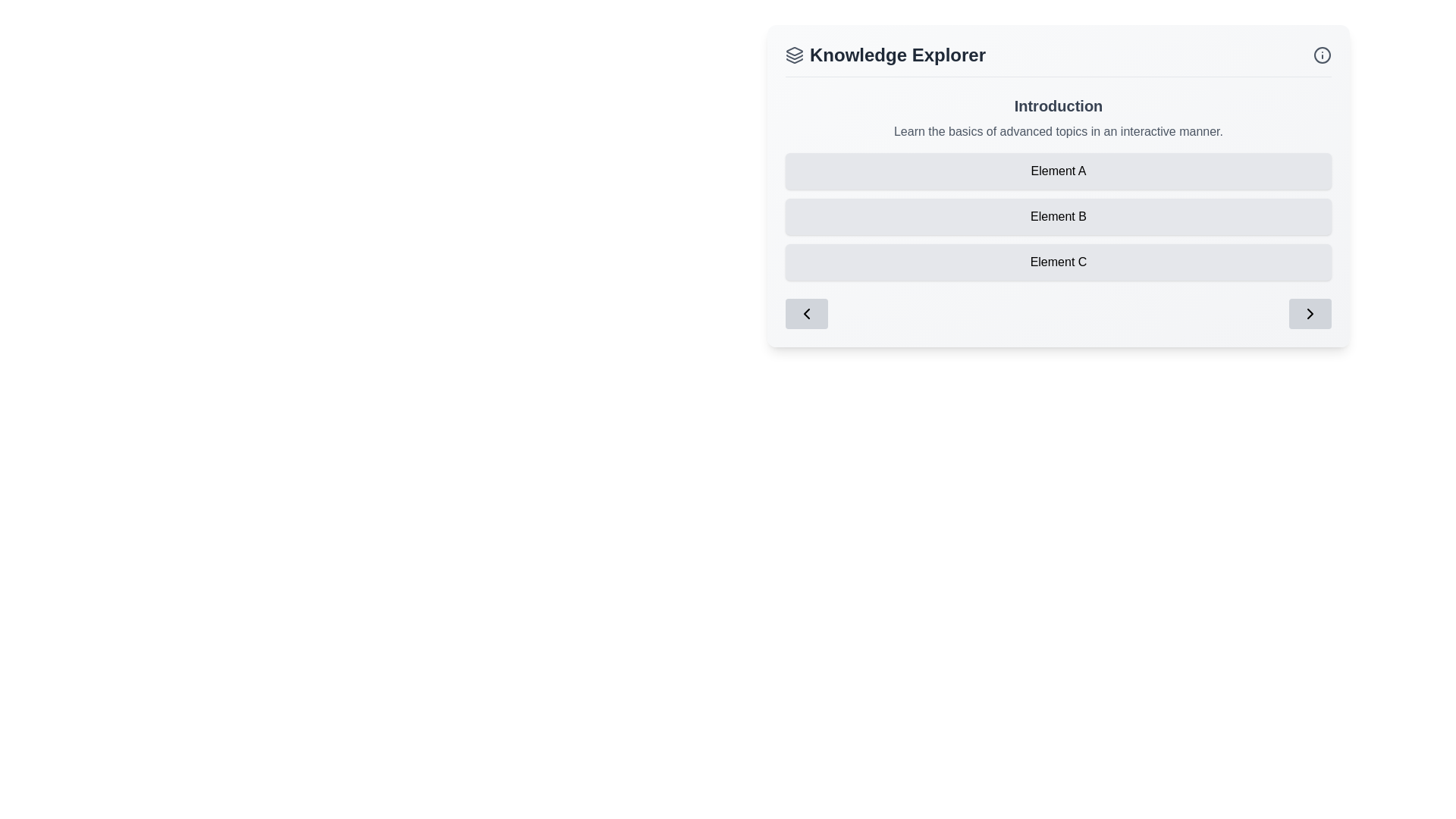 Image resolution: width=1456 pixels, height=819 pixels. I want to click on TextLabel located in the upper-left corner of the content card, which serves as a title or heading for the content area, so click(885, 55).